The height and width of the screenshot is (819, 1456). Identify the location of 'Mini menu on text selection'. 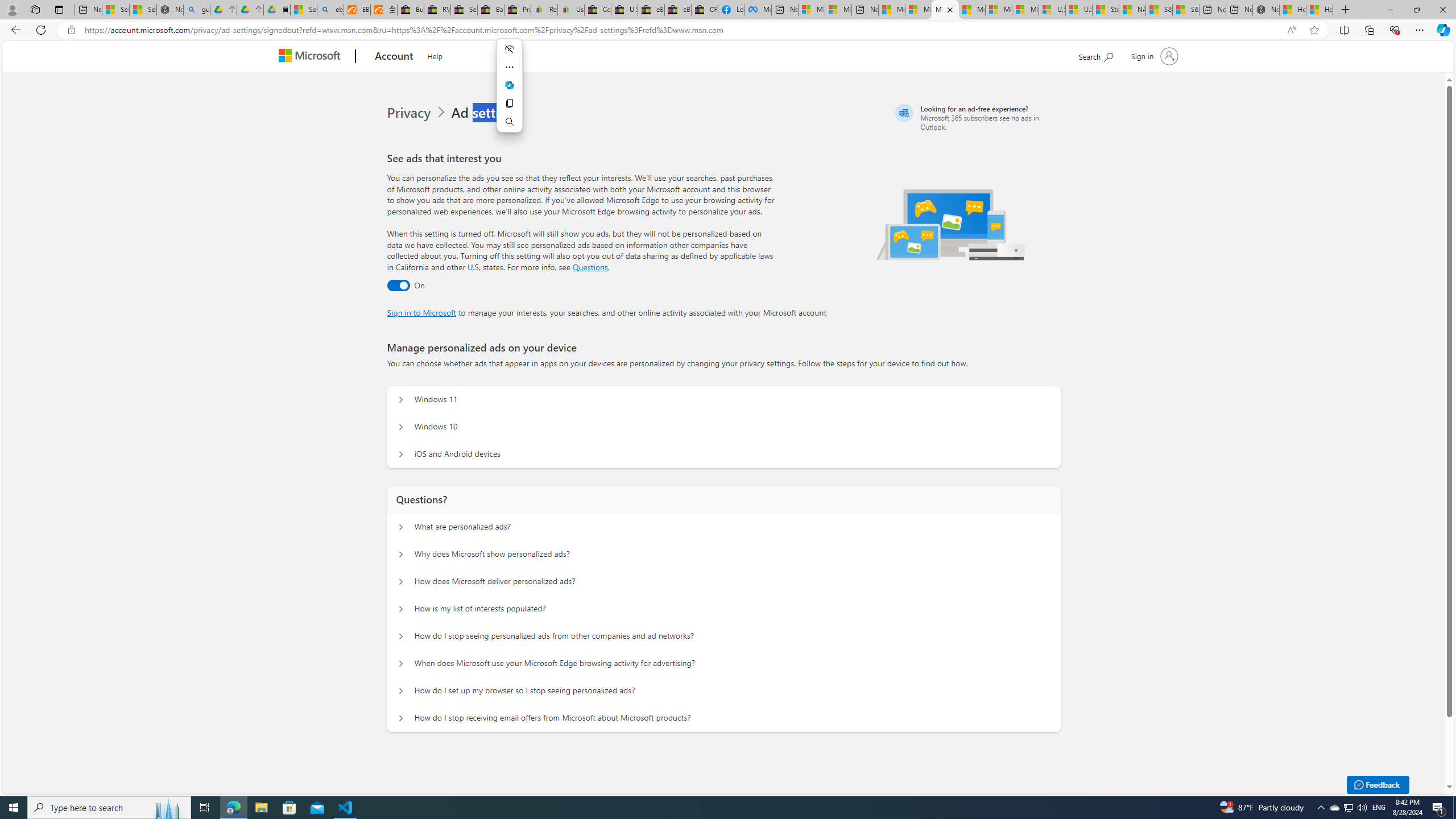
(510, 92).